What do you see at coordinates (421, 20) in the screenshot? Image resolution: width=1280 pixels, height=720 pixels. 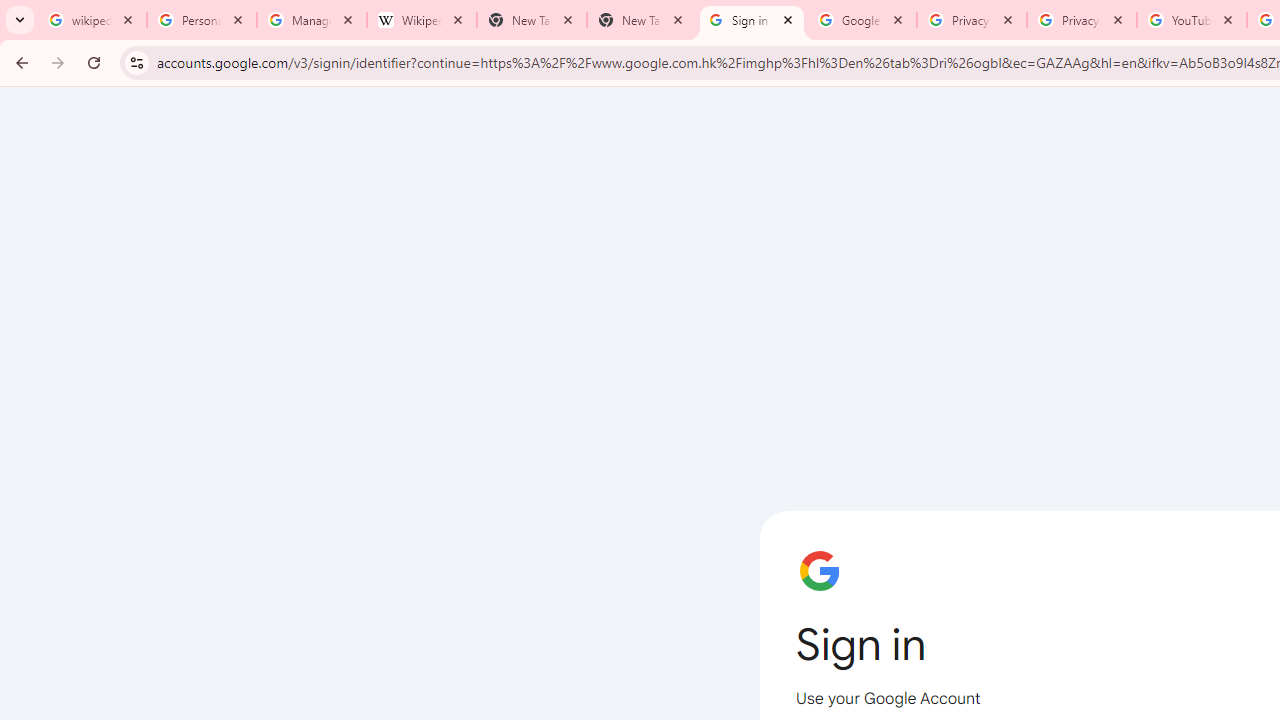 I see `'Wikipedia:Edit requests - Wikipedia'` at bounding box center [421, 20].